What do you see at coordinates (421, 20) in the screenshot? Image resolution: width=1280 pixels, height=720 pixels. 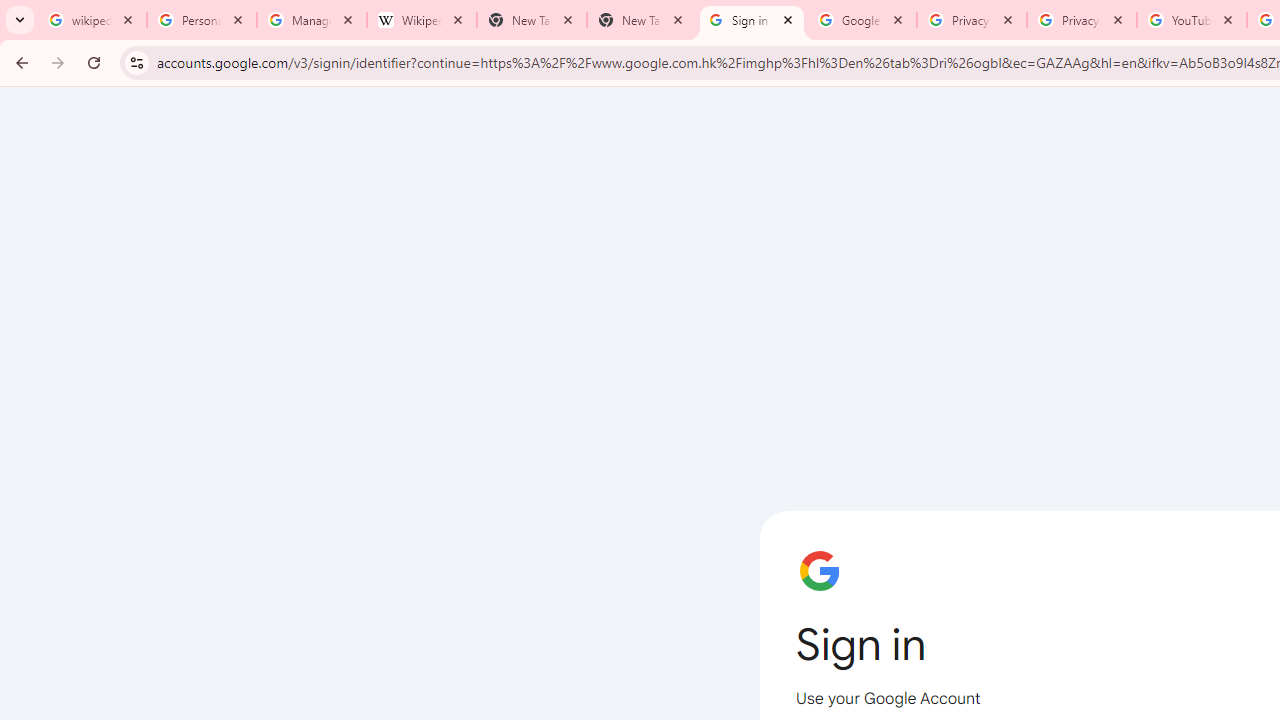 I see `'Wikipedia:Edit requests - Wikipedia'` at bounding box center [421, 20].